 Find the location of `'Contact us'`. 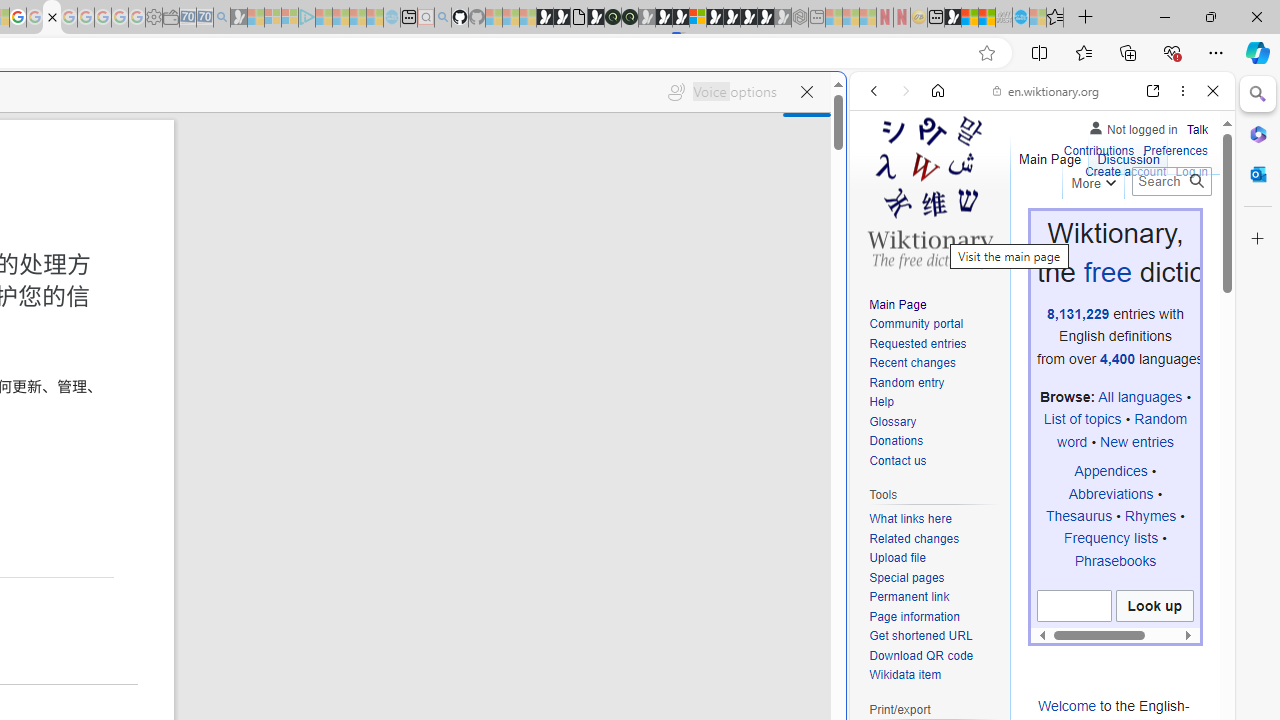

'Contact us' is located at coordinates (896, 460).